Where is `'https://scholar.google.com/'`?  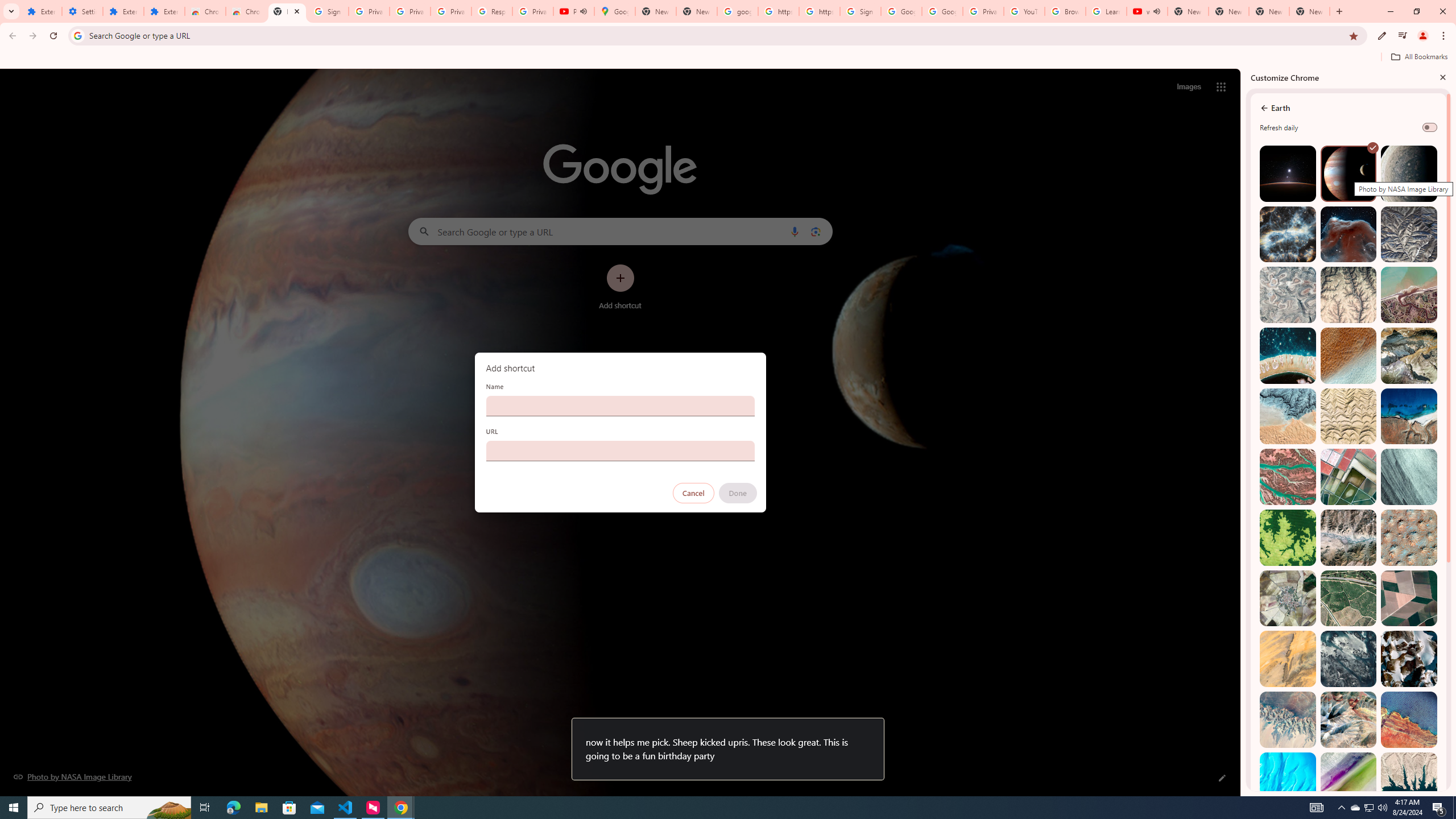 'https://scholar.google.com/' is located at coordinates (818, 11).